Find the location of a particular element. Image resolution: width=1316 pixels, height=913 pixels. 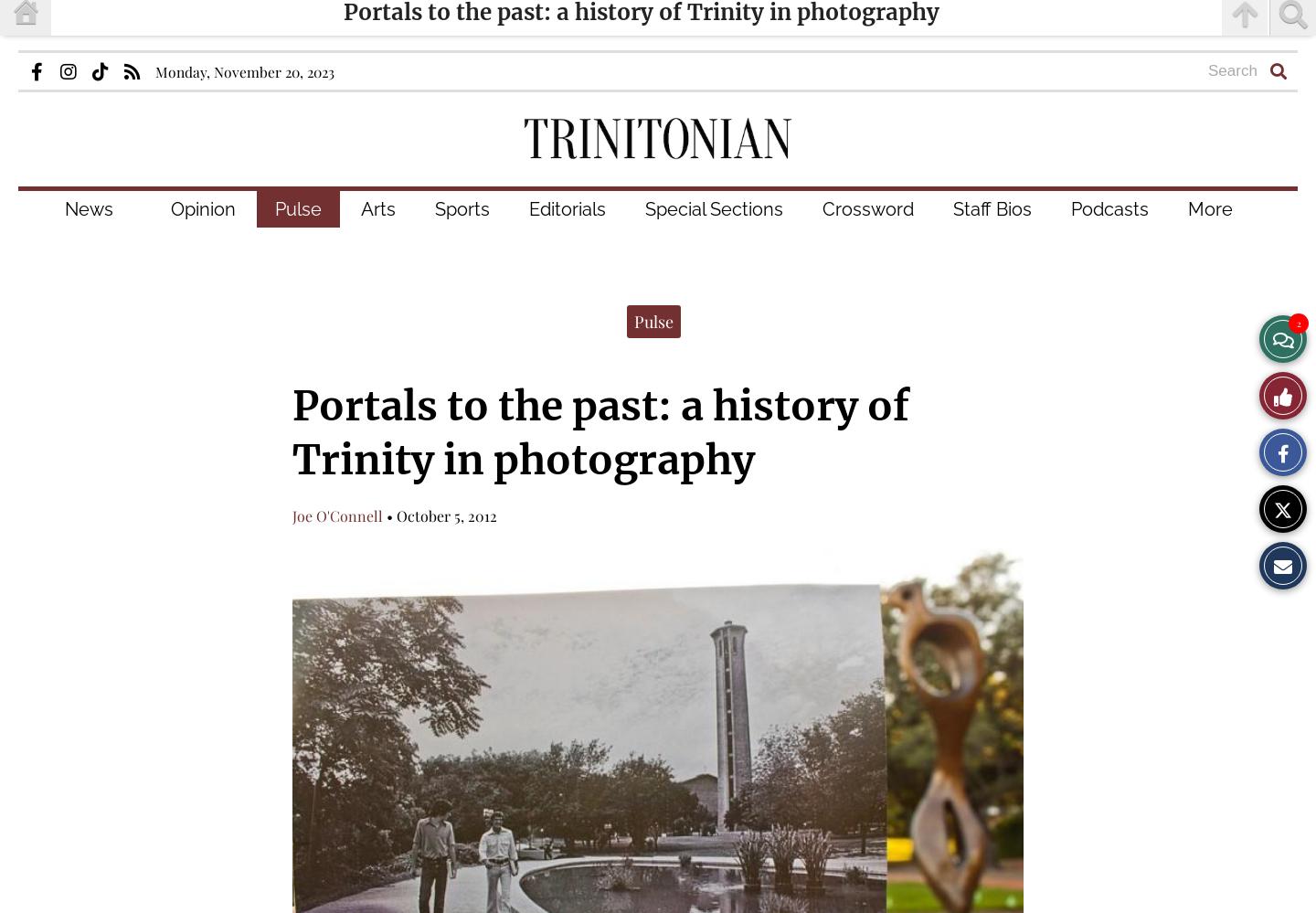

'Staff Bios' is located at coordinates (992, 208).